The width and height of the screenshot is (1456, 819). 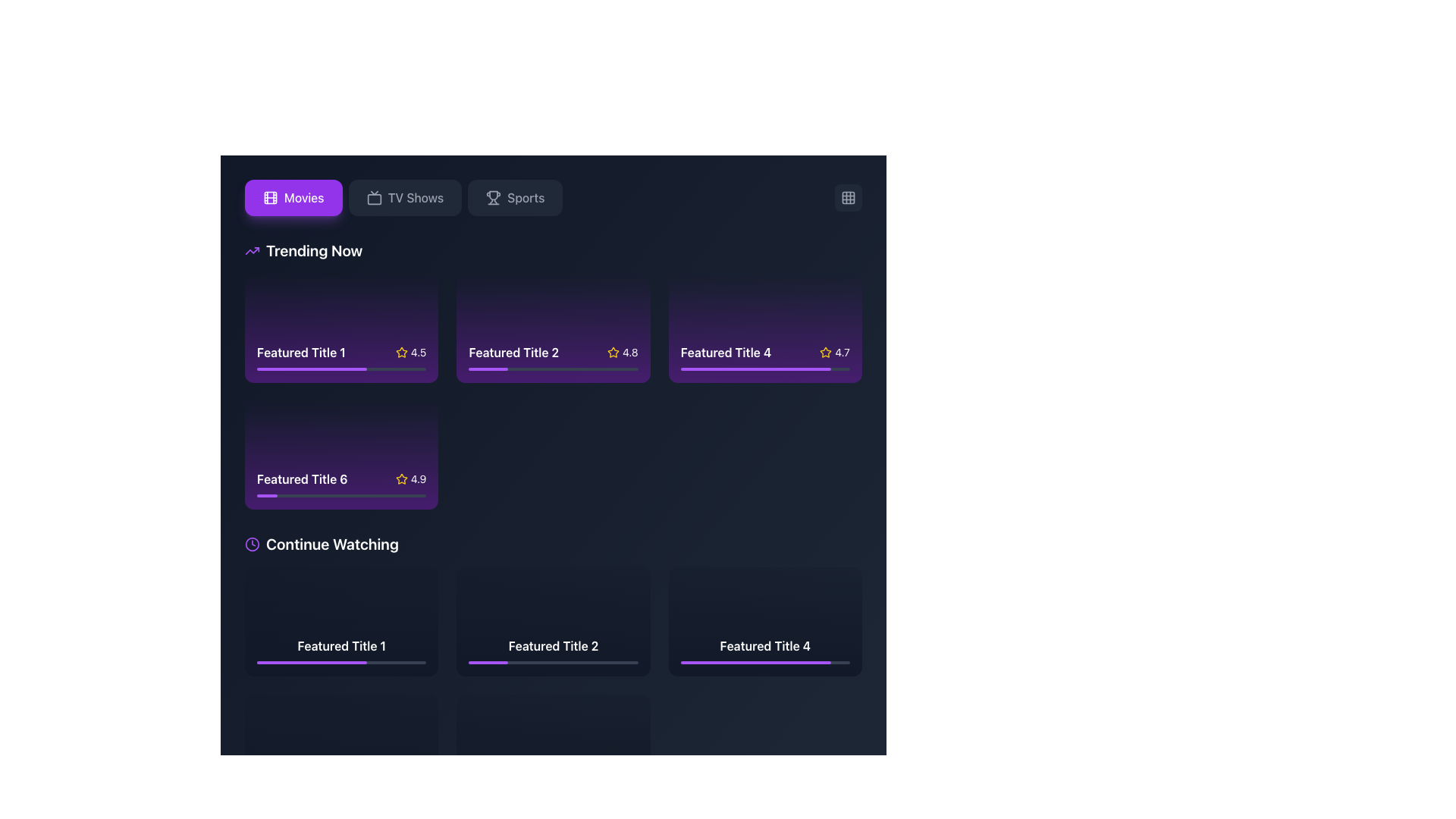 I want to click on text content of the 'Movies' category label within the button located at the top-left of the interface, next to the film icon, so click(x=303, y=197).